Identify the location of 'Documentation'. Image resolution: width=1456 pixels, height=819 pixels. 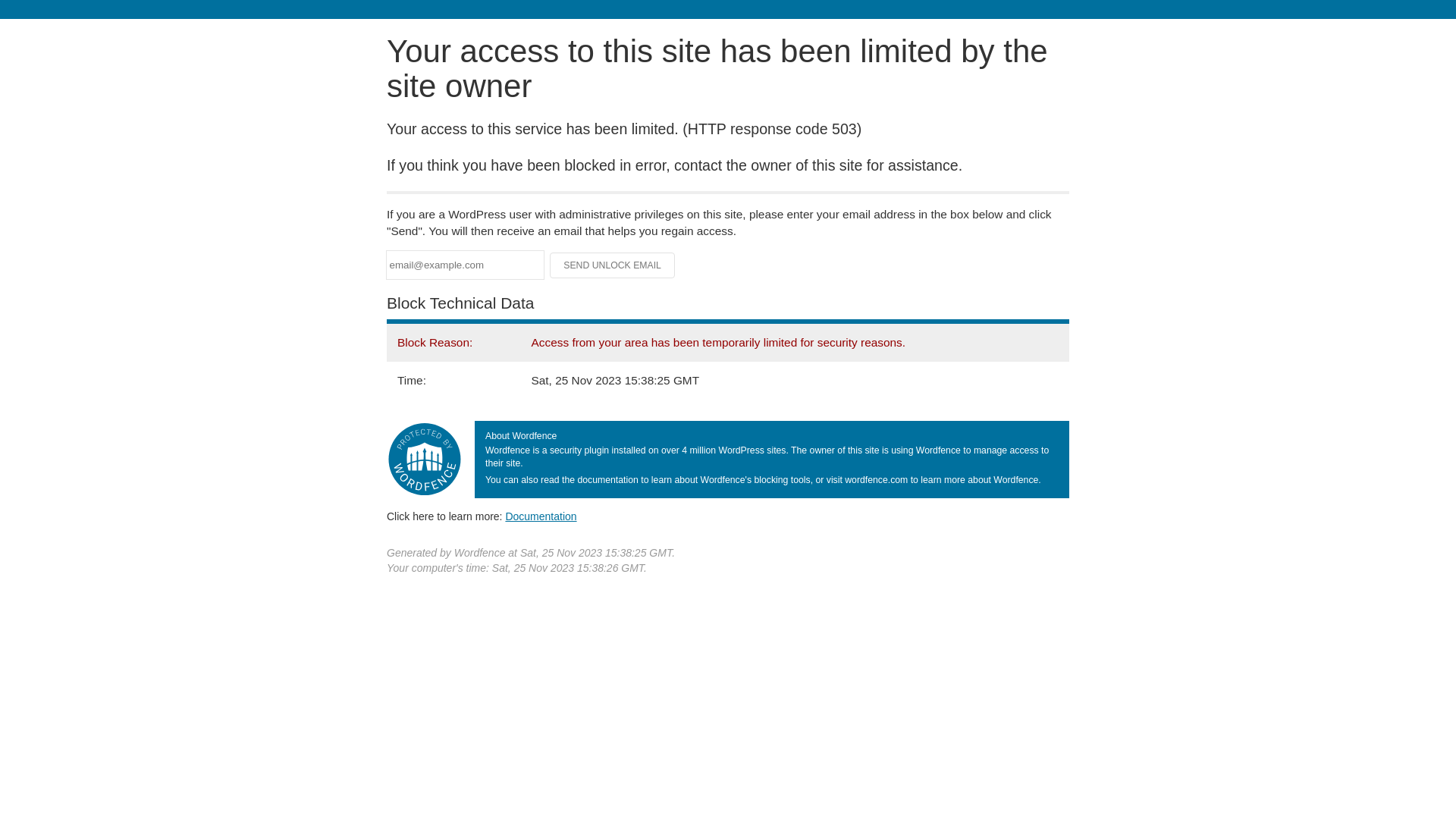
(541, 516).